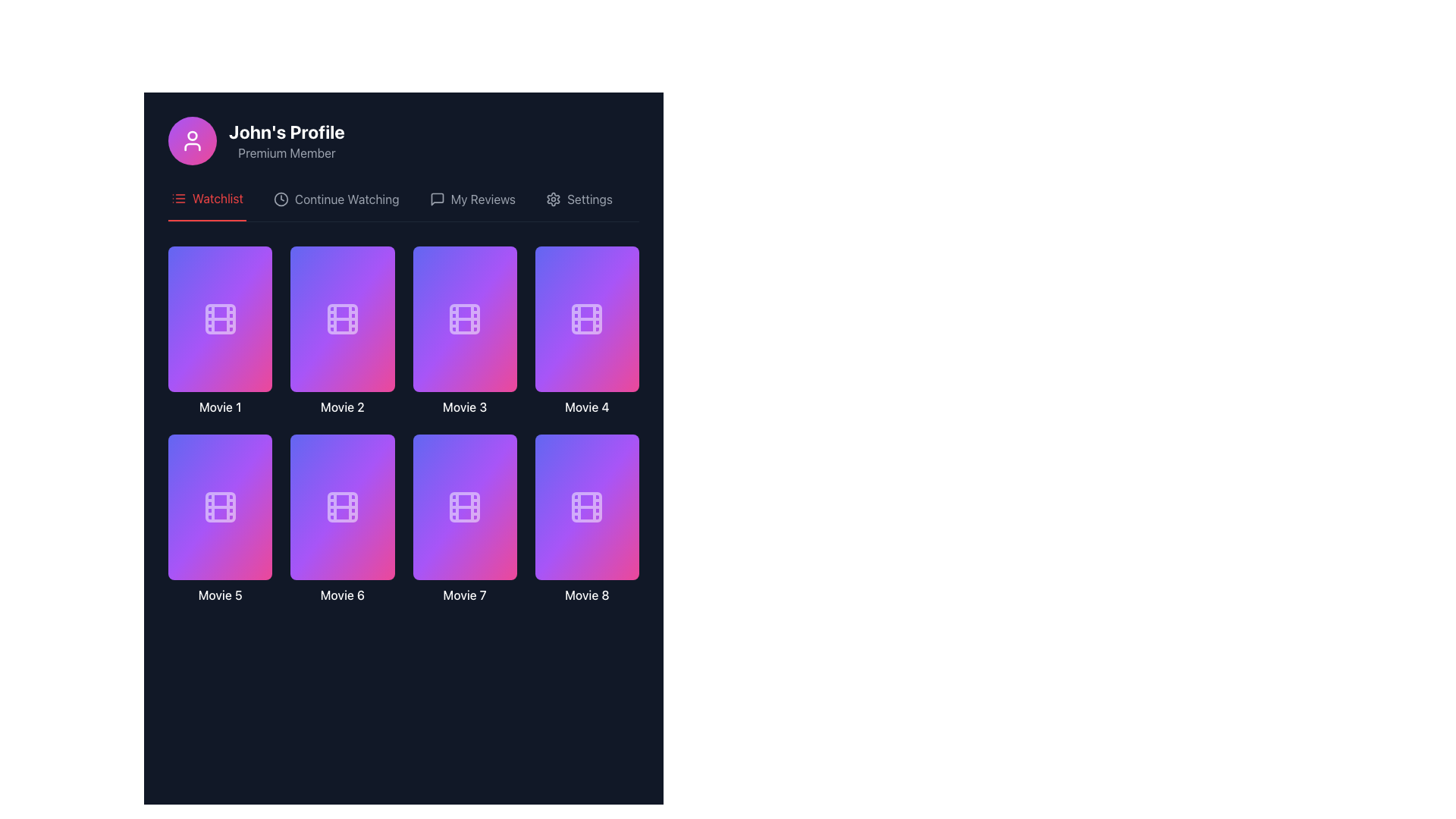 The height and width of the screenshot is (819, 1456). Describe the element at coordinates (586, 500) in the screenshot. I see `the play icon button within the eighth movie tile labeled 'Movie 8' to reveal its accessibility details` at that location.